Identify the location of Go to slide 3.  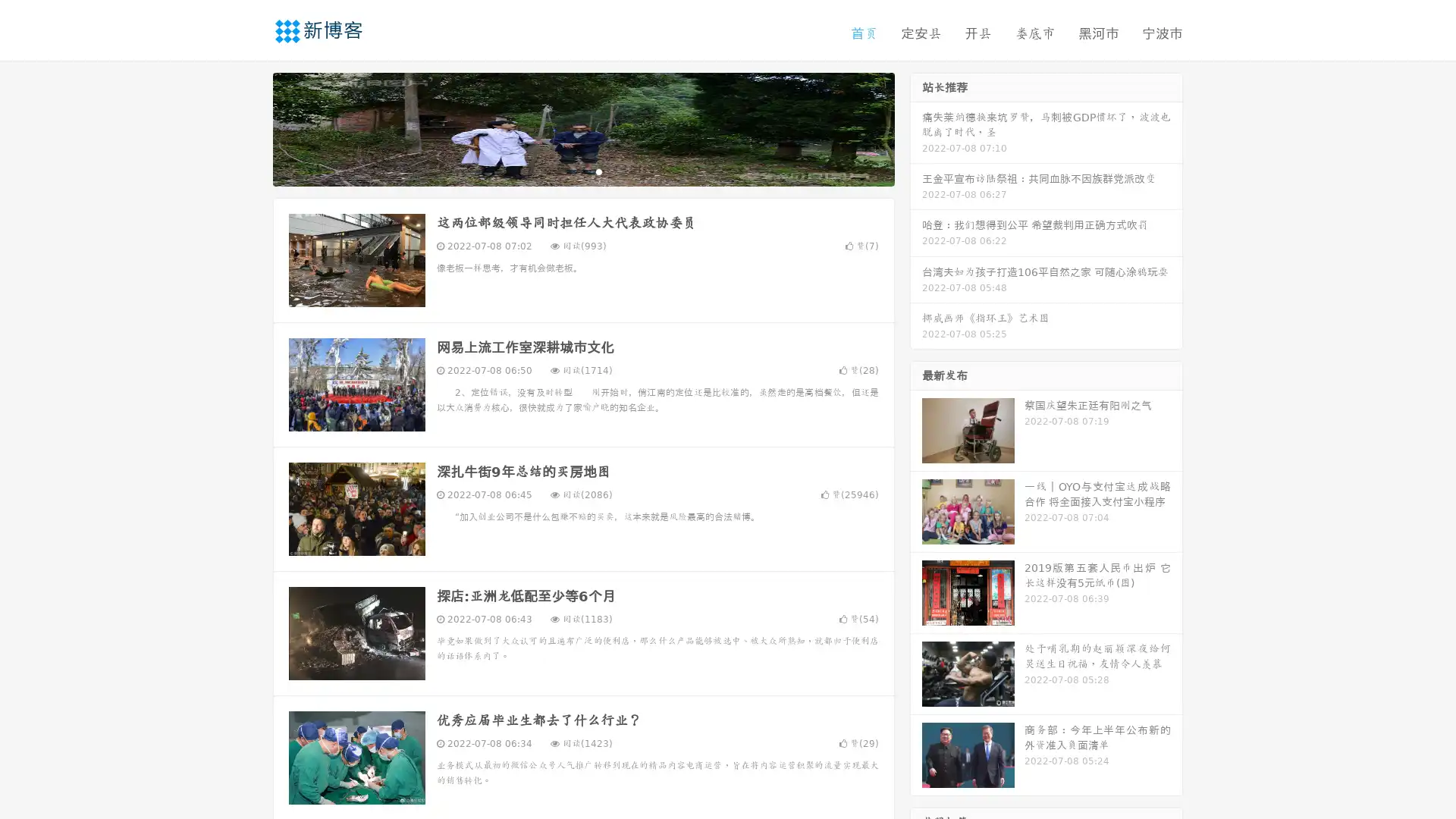
(598, 171).